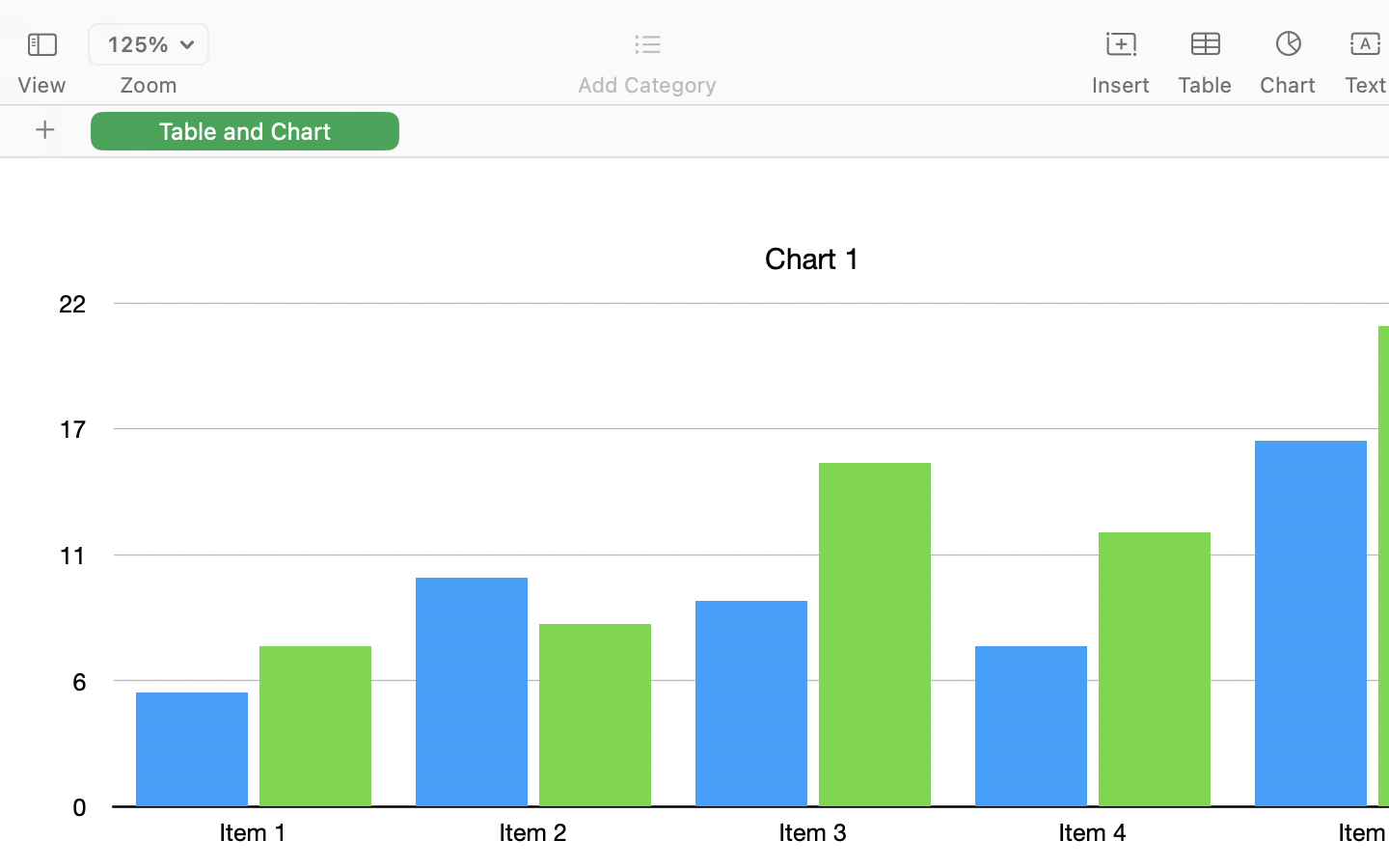 The height and width of the screenshot is (868, 1389). What do you see at coordinates (147, 84) in the screenshot?
I see `'Zoom'` at bounding box center [147, 84].